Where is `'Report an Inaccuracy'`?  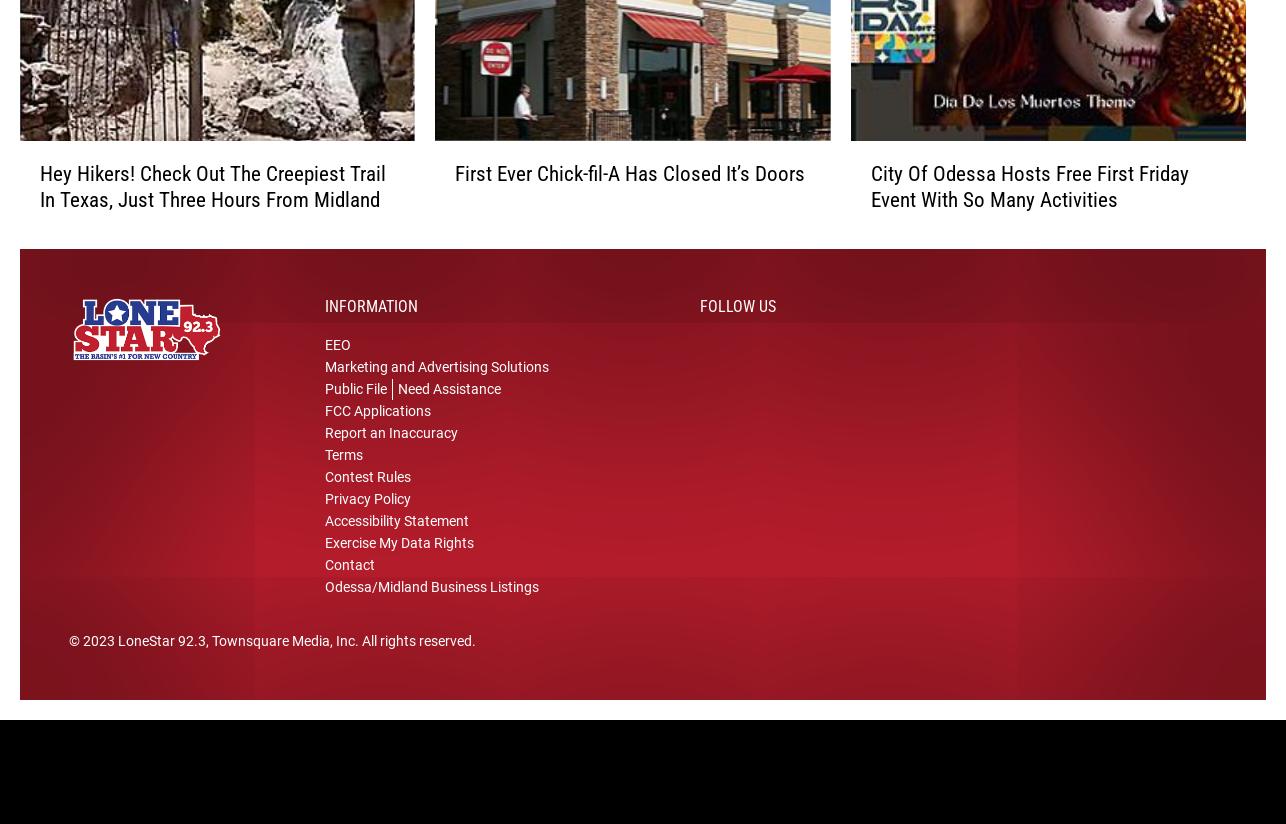
'Report an Inaccuracy' is located at coordinates (323, 449).